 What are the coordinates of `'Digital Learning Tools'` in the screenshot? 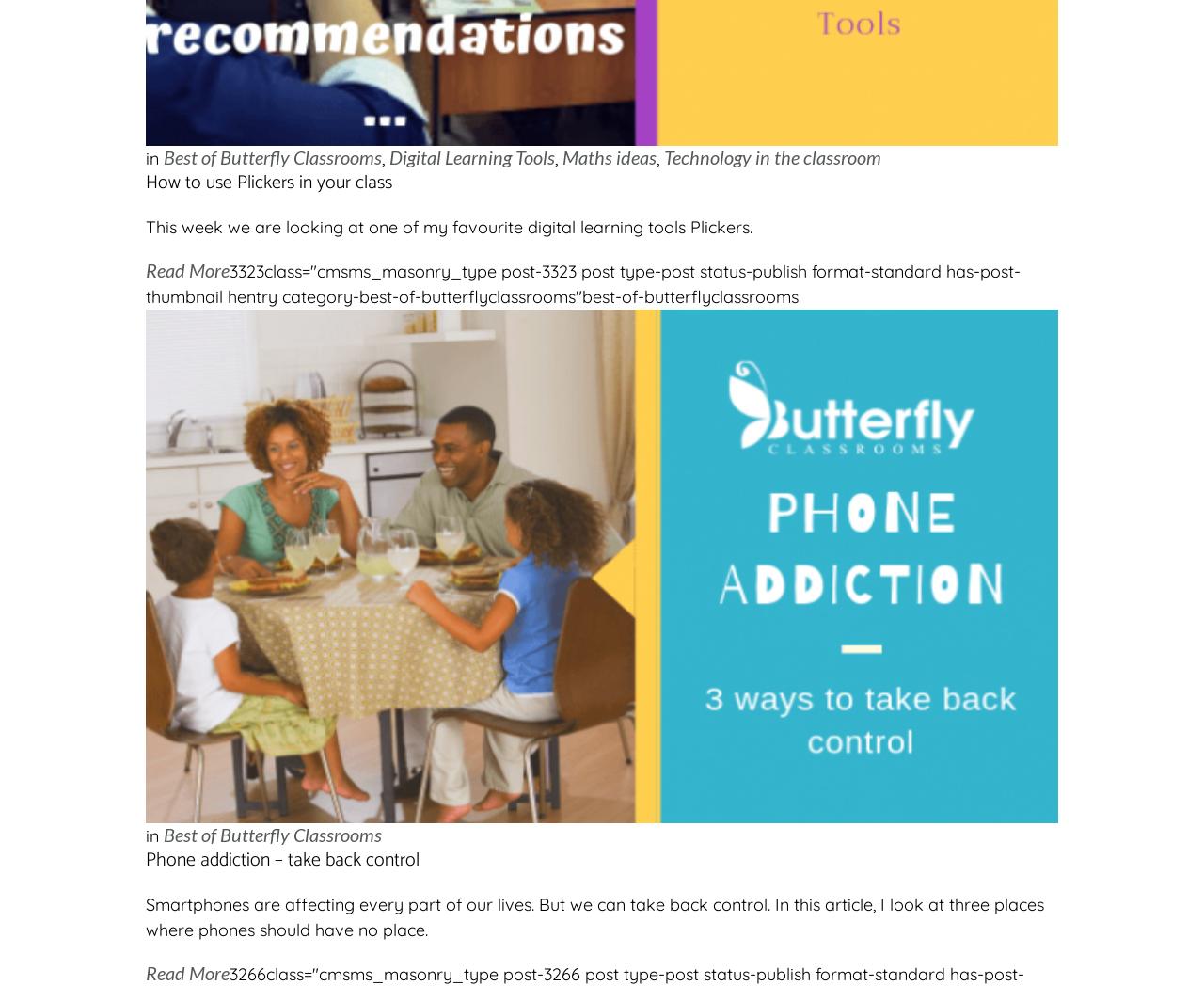 It's located at (472, 157).